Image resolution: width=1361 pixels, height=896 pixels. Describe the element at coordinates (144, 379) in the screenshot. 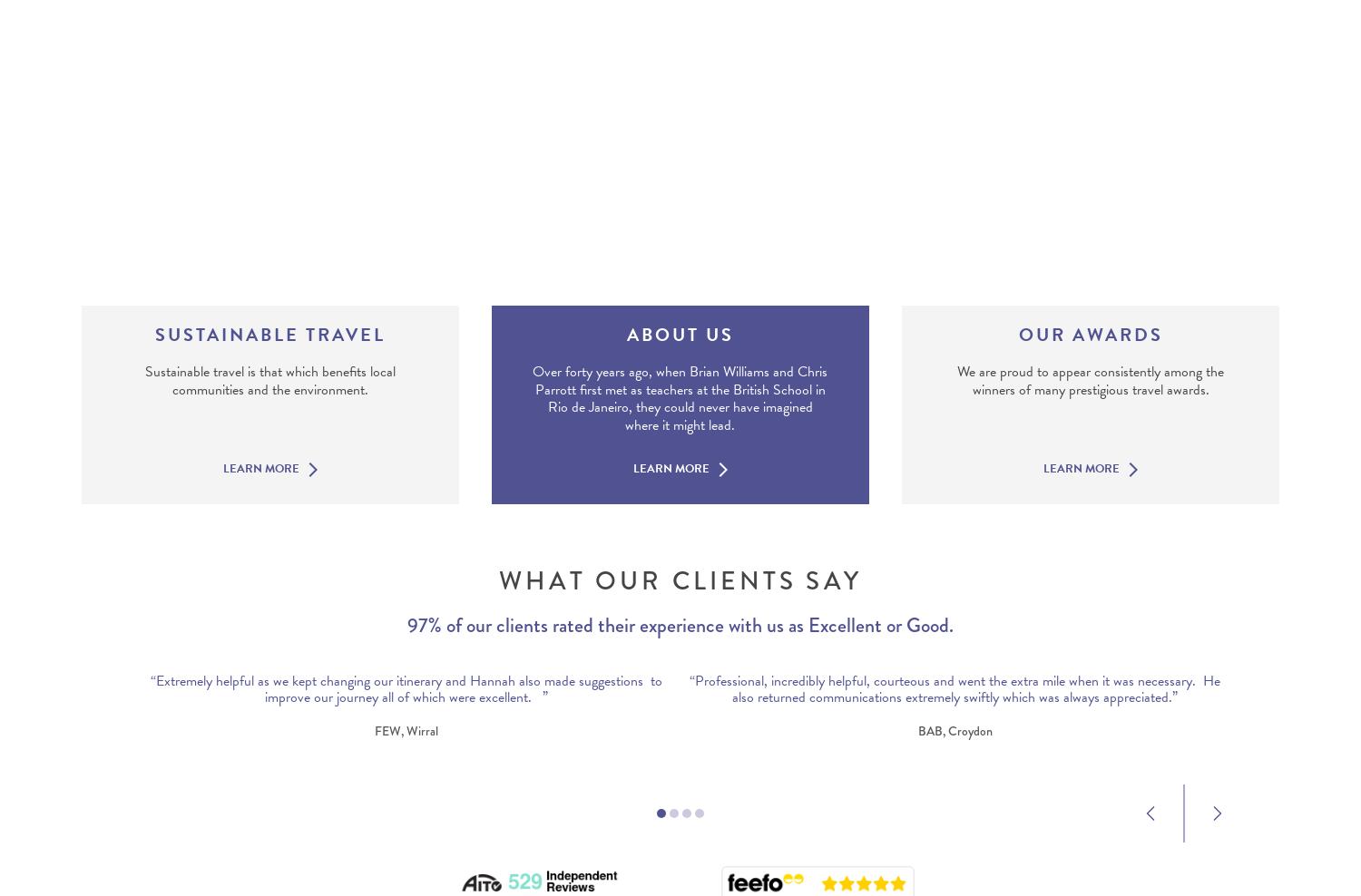

I see `'Sustainable travel is that which benefits local communities and the environment.'` at that location.